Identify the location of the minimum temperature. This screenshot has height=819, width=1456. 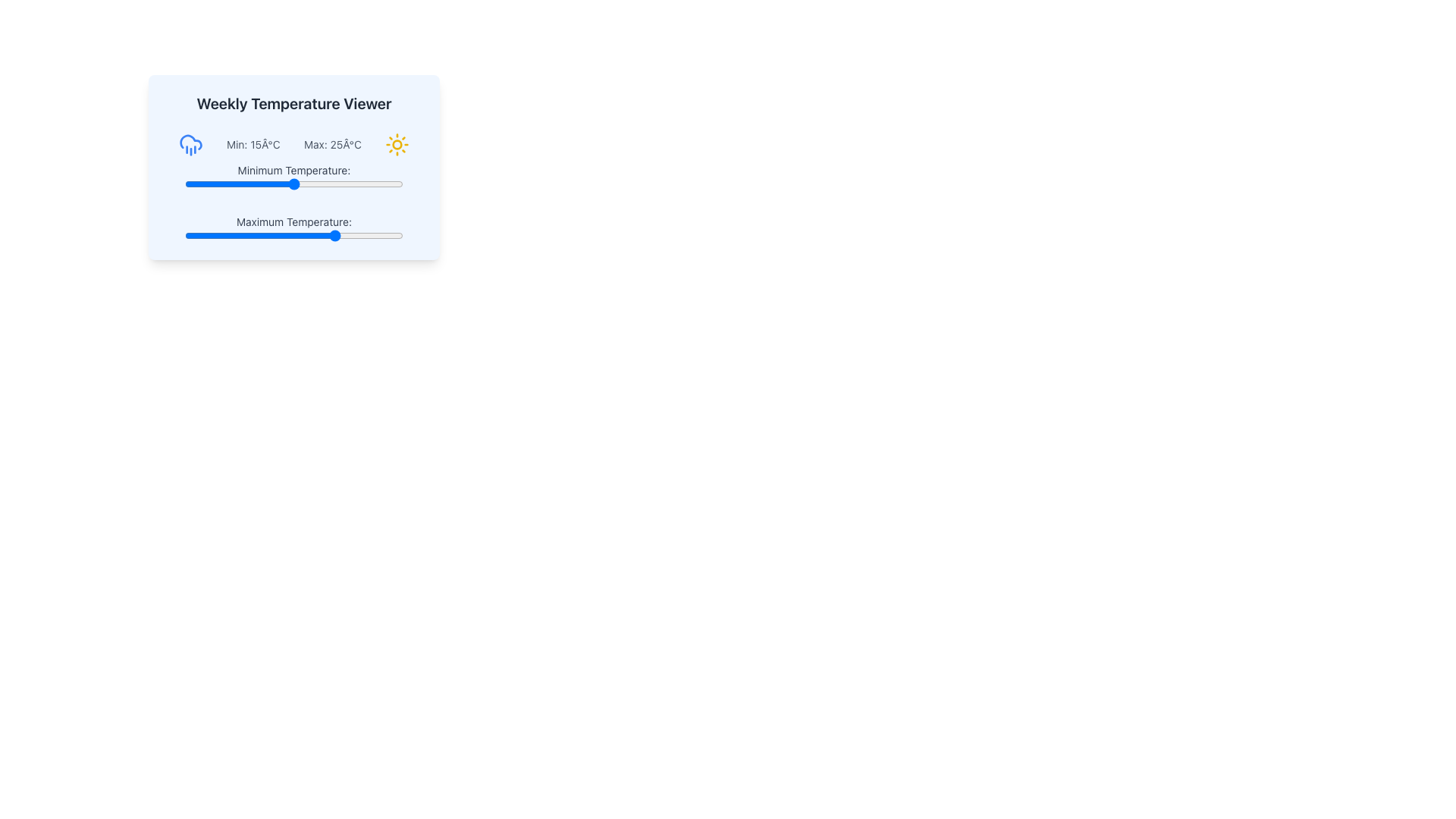
(306, 184).